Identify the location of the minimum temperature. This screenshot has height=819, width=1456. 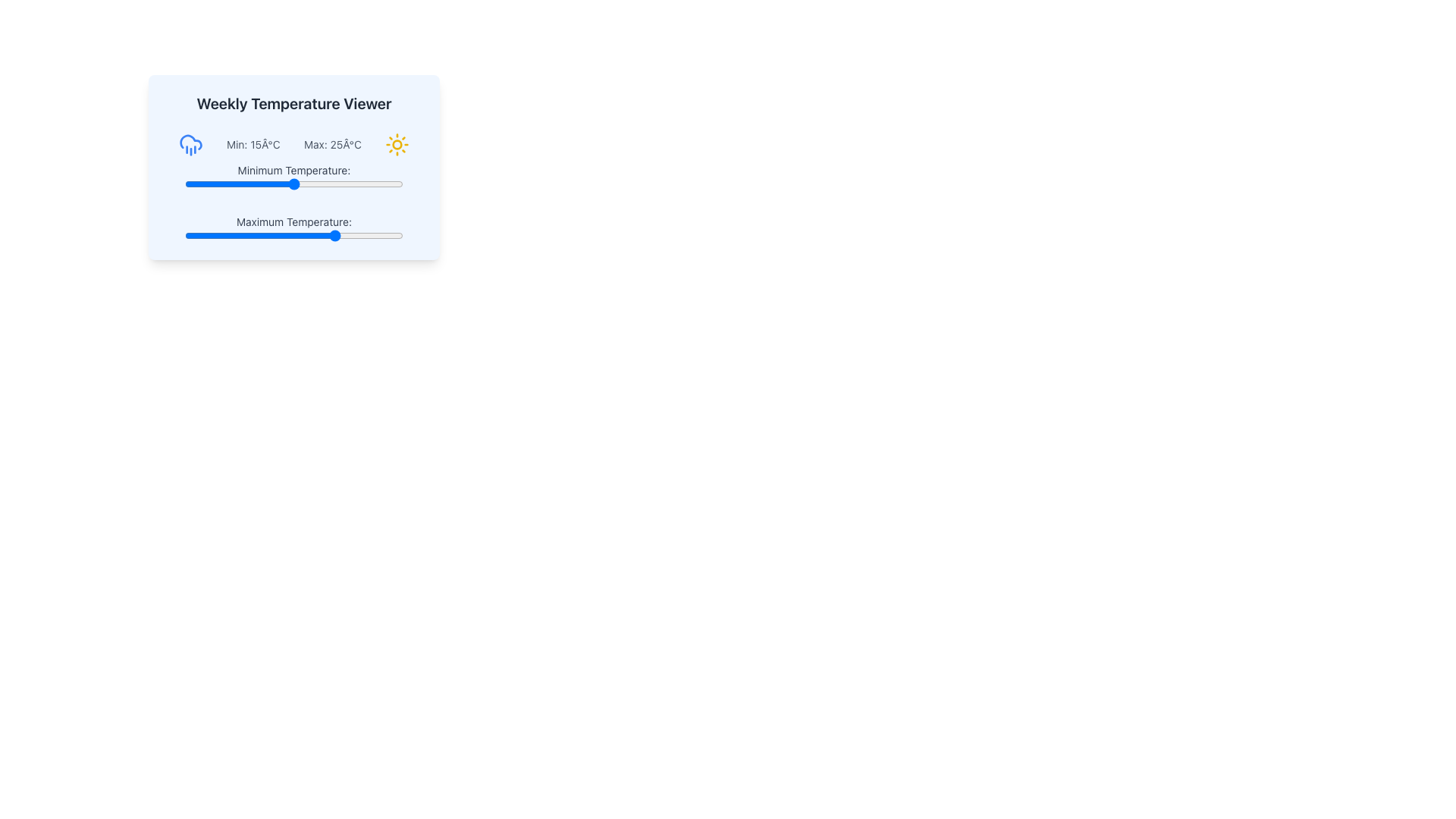
(306, 184).